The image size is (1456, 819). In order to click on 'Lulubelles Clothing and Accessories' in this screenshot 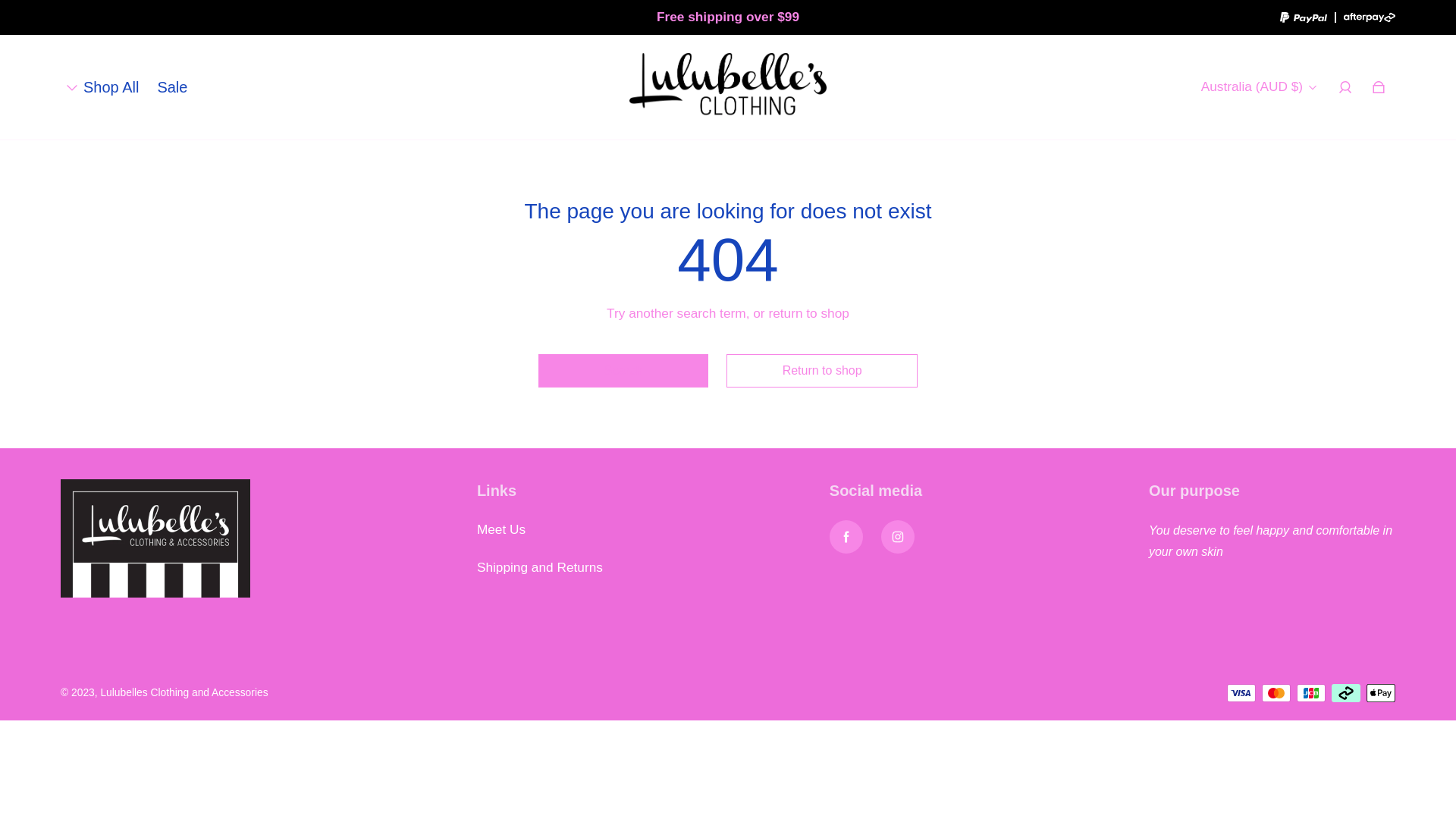, I will do `click(183, 692)`.